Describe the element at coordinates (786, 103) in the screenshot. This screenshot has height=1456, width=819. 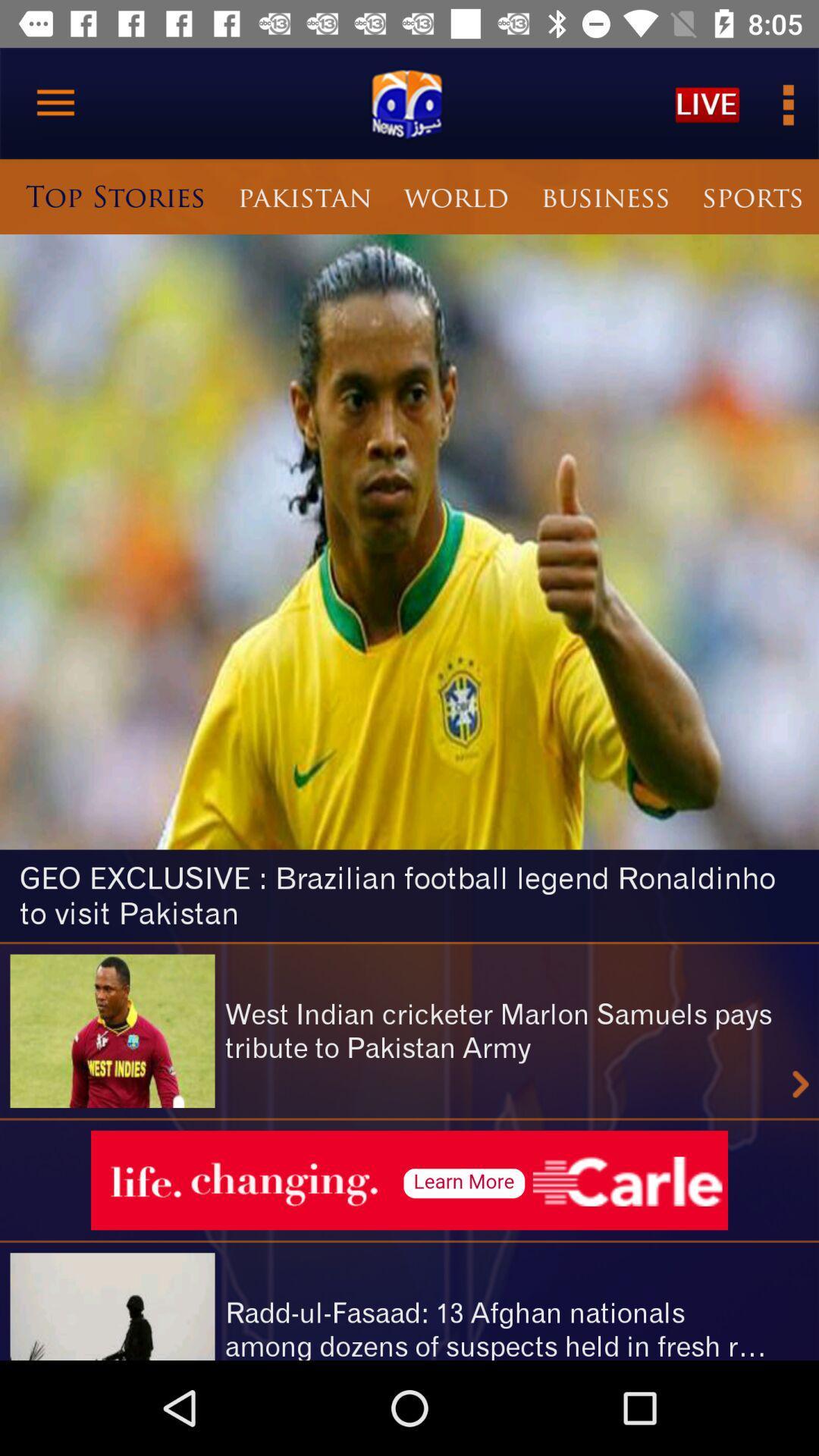
I see `the icon right to the live button` at that location.